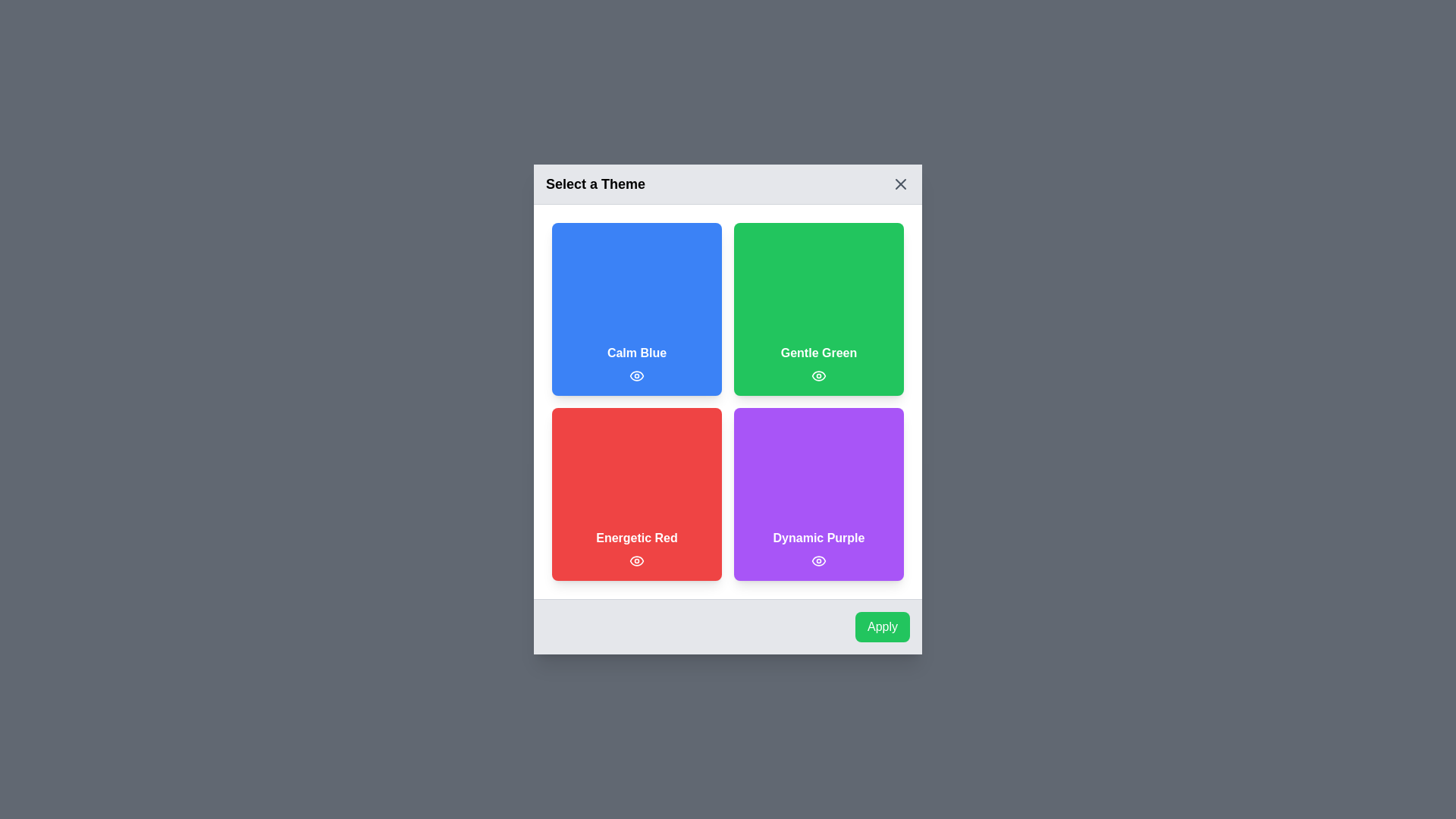 This screenshot has width=1456, height=819. I want to click on the theme Calm Blue by clicking on its respective area, so click(637, 309).